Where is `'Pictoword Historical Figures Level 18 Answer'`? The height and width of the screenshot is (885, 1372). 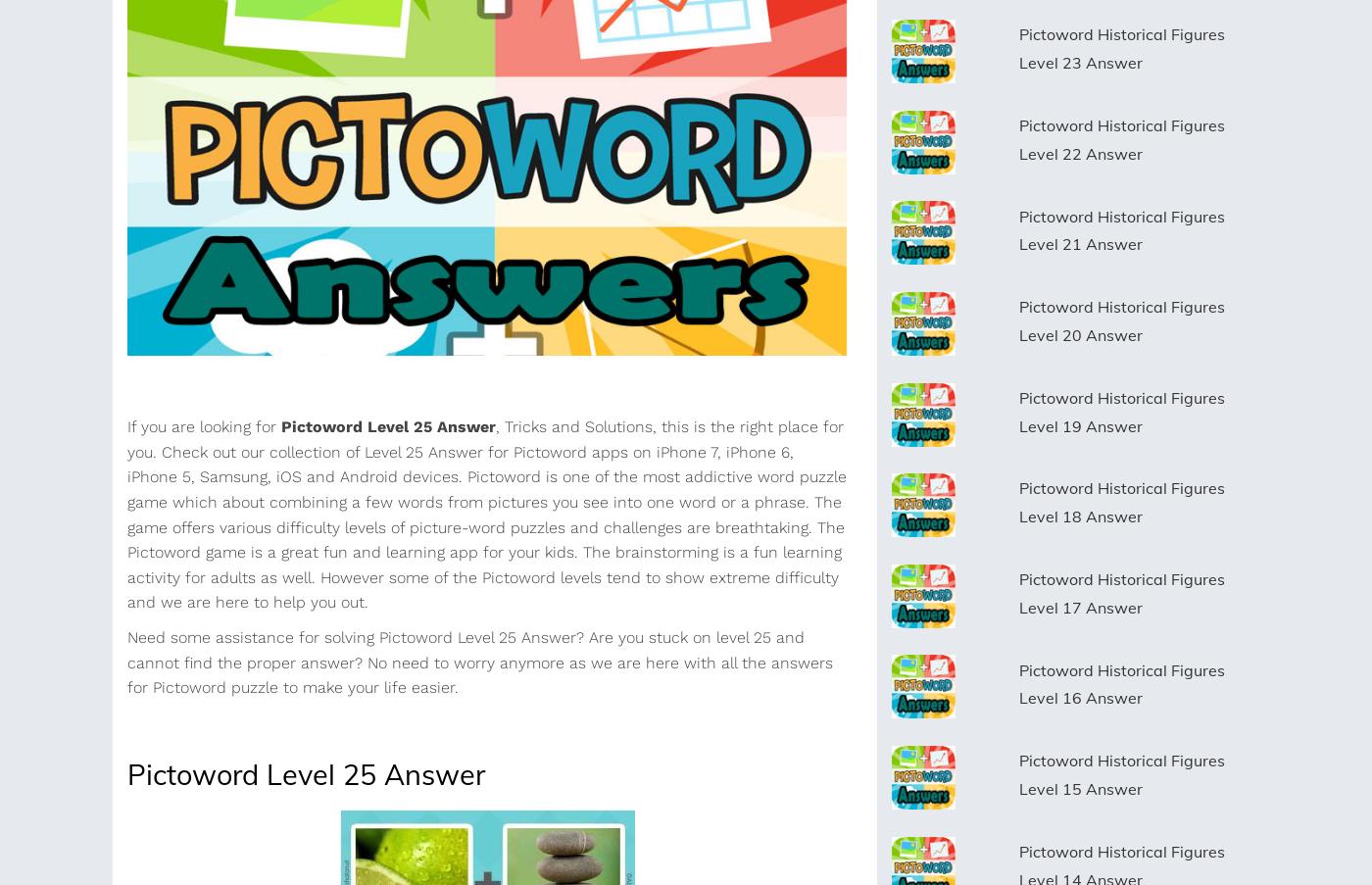
'Pictoword Historical Figures Level 18 Answer' is located at coordinates (1017, 502).